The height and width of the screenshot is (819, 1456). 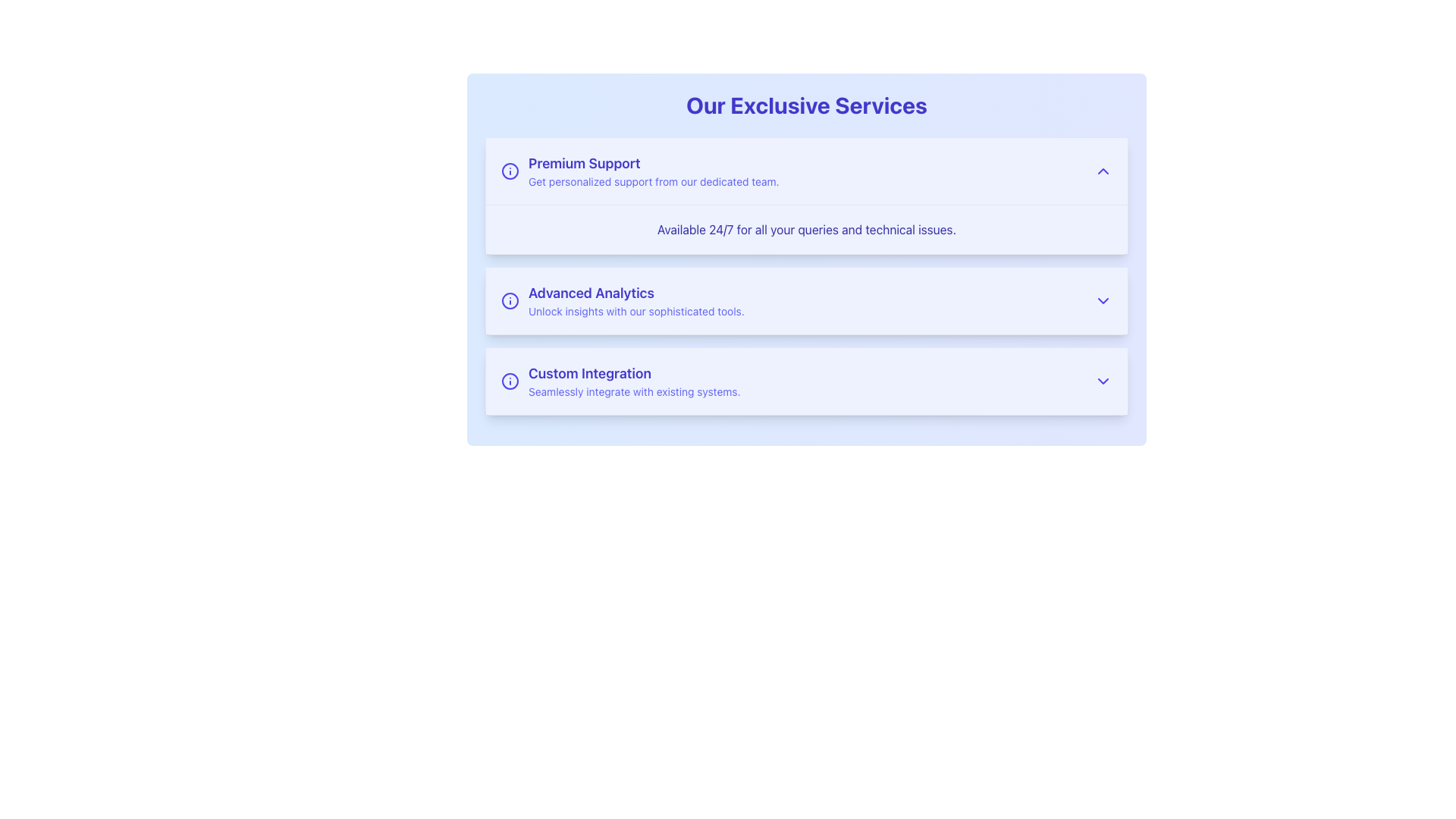 I want to click on the text label reading 'Available 24/7 for all your queries and technical issues.' which is styled in indigo and located beneath the 'Premium Support' header in the 'Our Exclusive Services' section, so click(x=806, y=230).